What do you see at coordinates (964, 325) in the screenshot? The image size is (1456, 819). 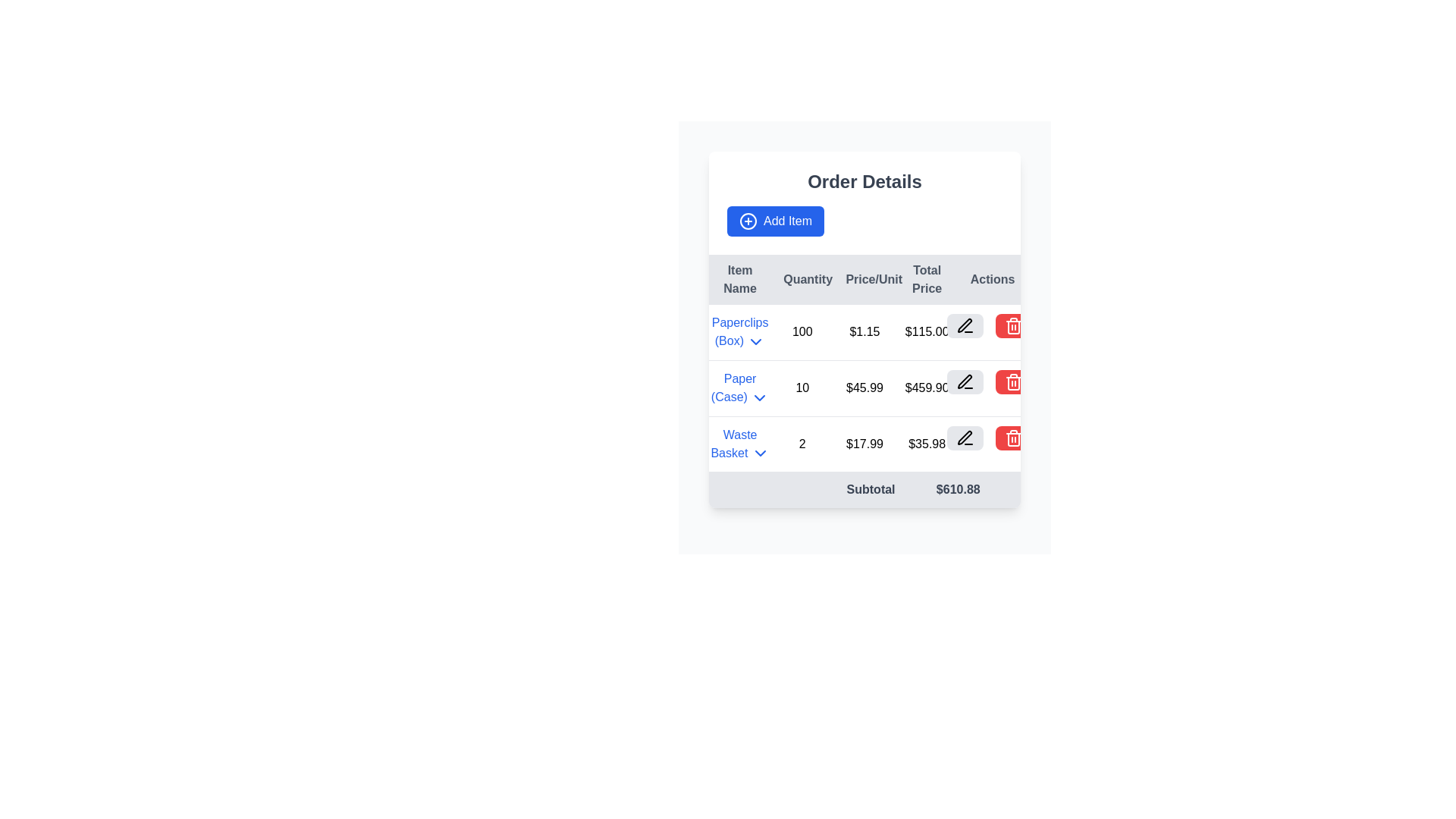 I see `the edit icon (pen-shaped) located in the second row of the 'Actions' column in the 'Order Details' section` at bounding box center [964, 325].